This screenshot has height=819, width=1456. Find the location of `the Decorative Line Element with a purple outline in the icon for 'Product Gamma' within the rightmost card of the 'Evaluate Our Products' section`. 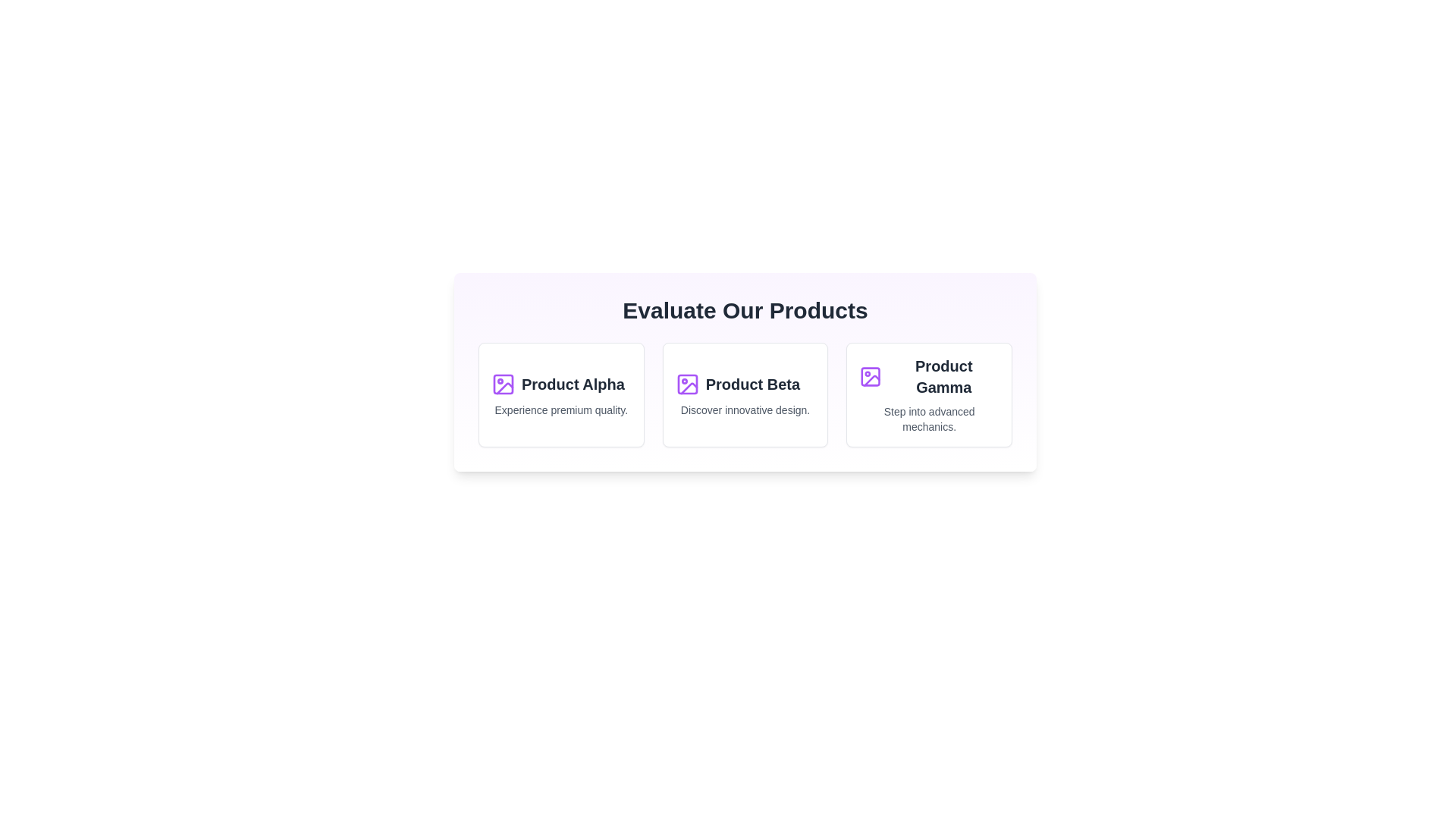

the Decorative Line Element with a purple outline in the icon for 'Product Gamma' within the rightmost card of the 'Evaluate Our Products' section is located at coordinates (872, 380).